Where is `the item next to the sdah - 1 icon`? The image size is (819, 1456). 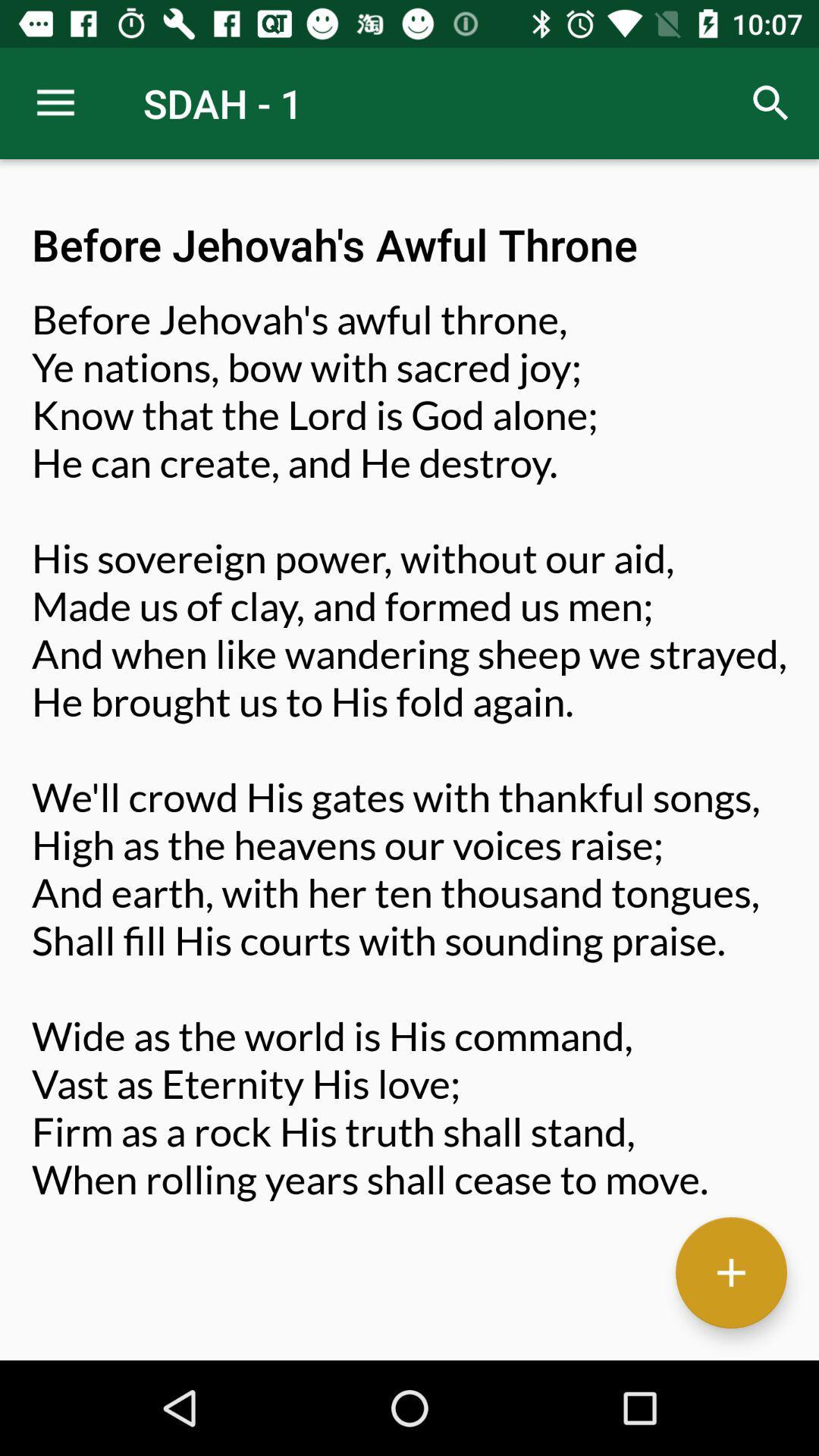 the item next to the sdah - 1 icon is located at coordinates (55, 102).